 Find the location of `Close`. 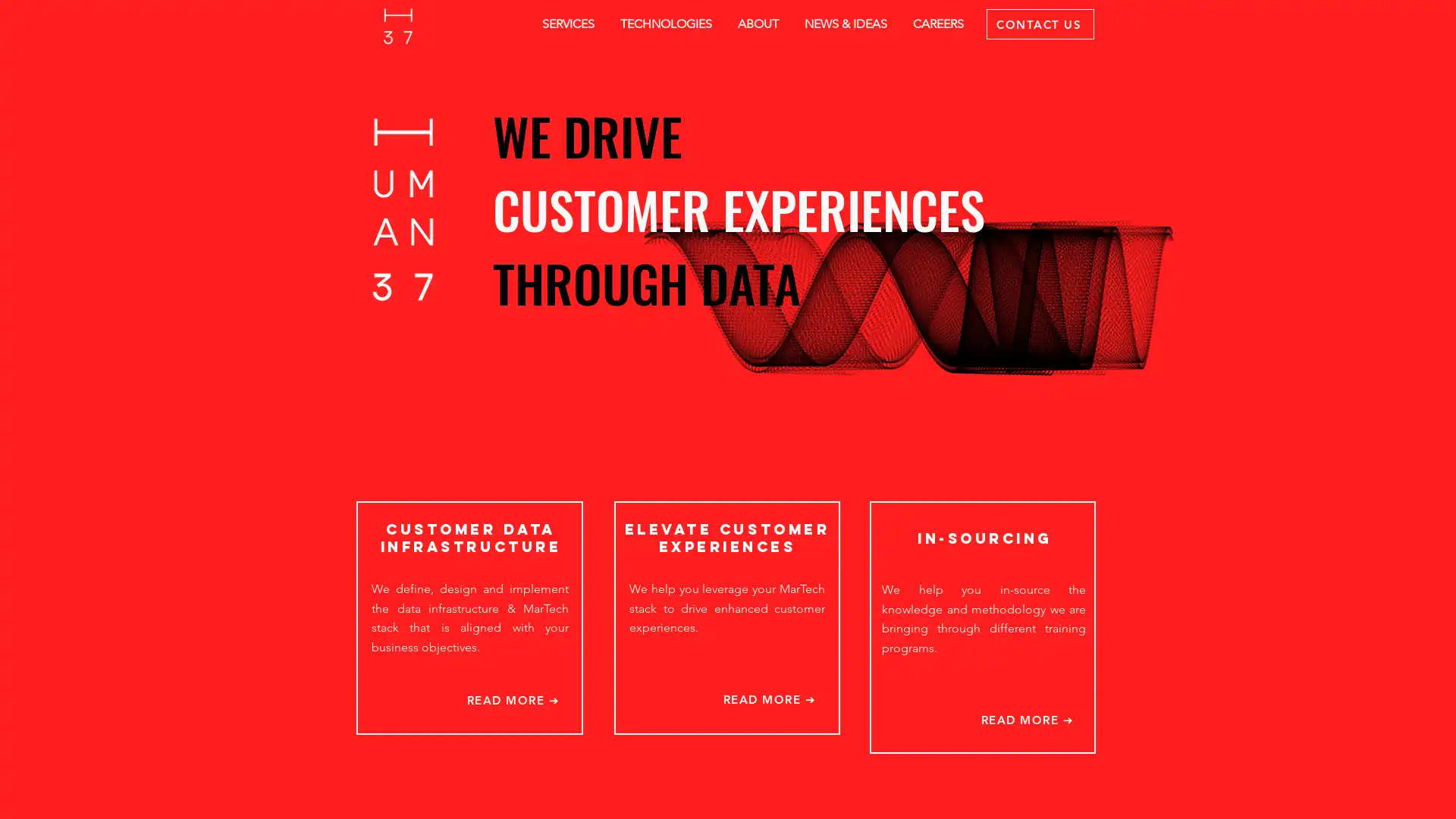

Close is located at coordinates (1437, 794).